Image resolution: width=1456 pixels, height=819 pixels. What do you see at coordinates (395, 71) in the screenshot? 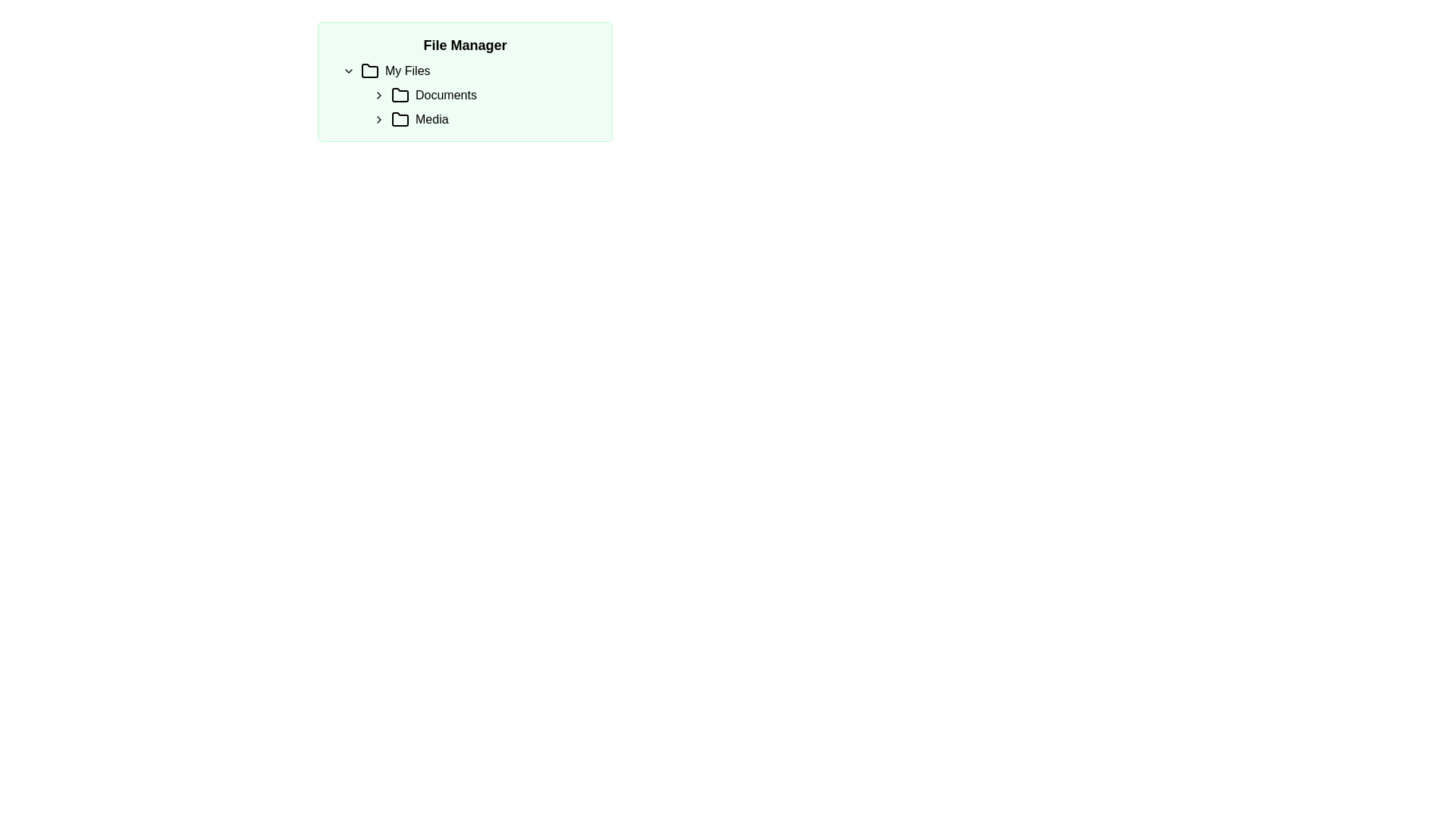
I see `the 'My Files' folder icon and label located under the 'File Manager' header` at bounding box center [395, 71].